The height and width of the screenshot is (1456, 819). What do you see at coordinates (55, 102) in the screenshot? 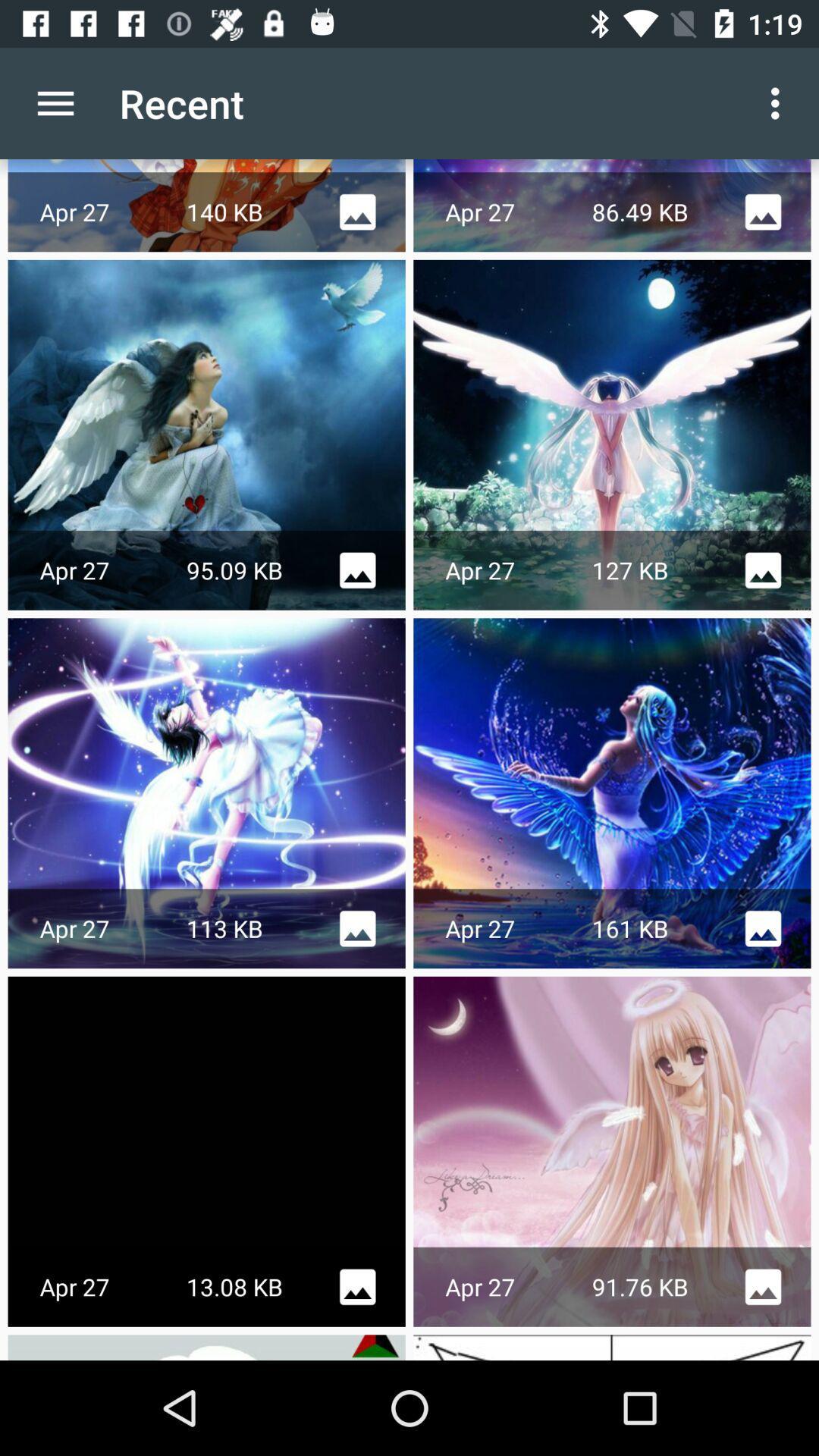
I see `the app next to recent icon` at bounding box center [55, 102].